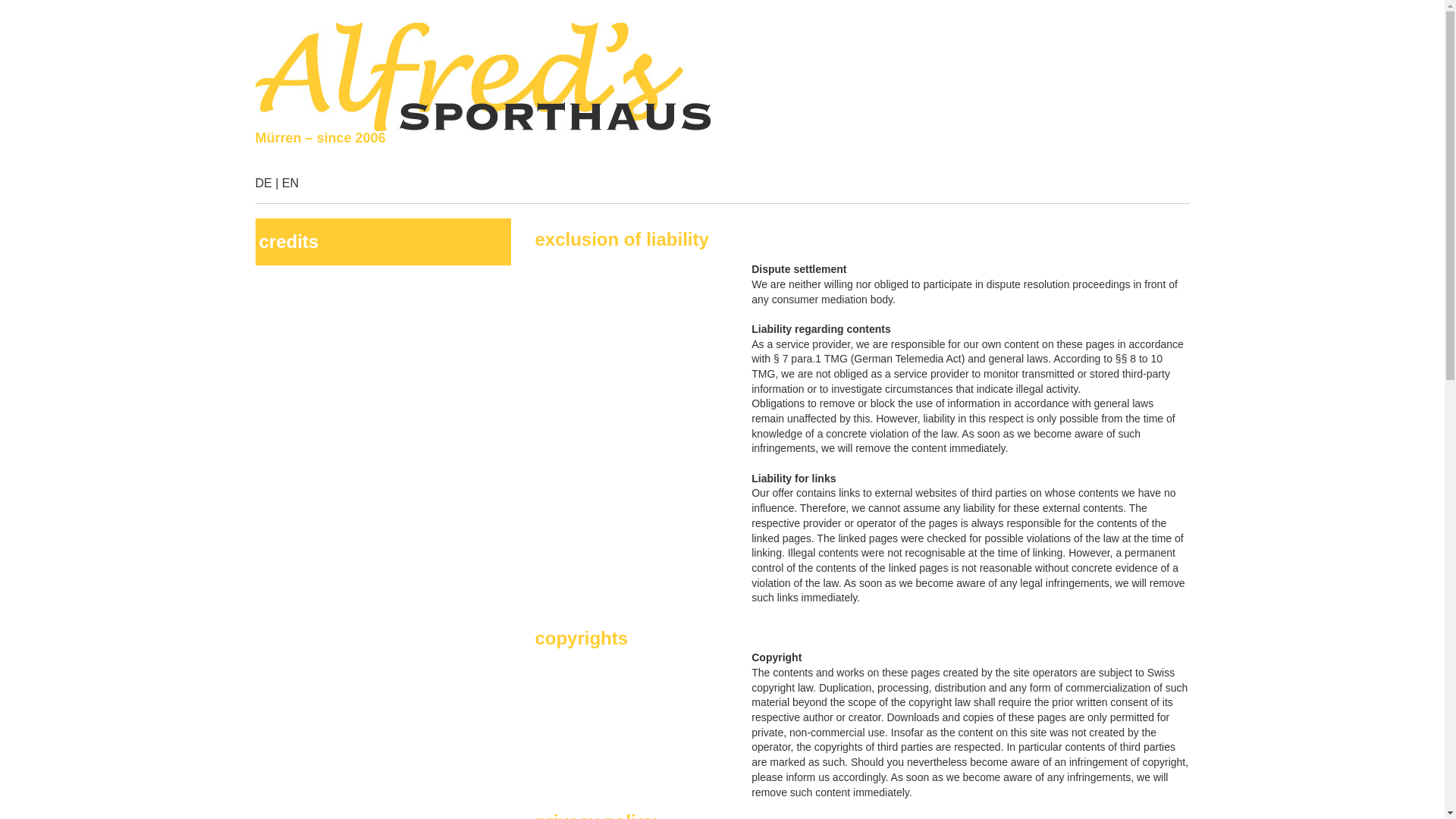  Describe the element at coordinates (262, 182) in the screenshot. I see `'DE'` at that location.